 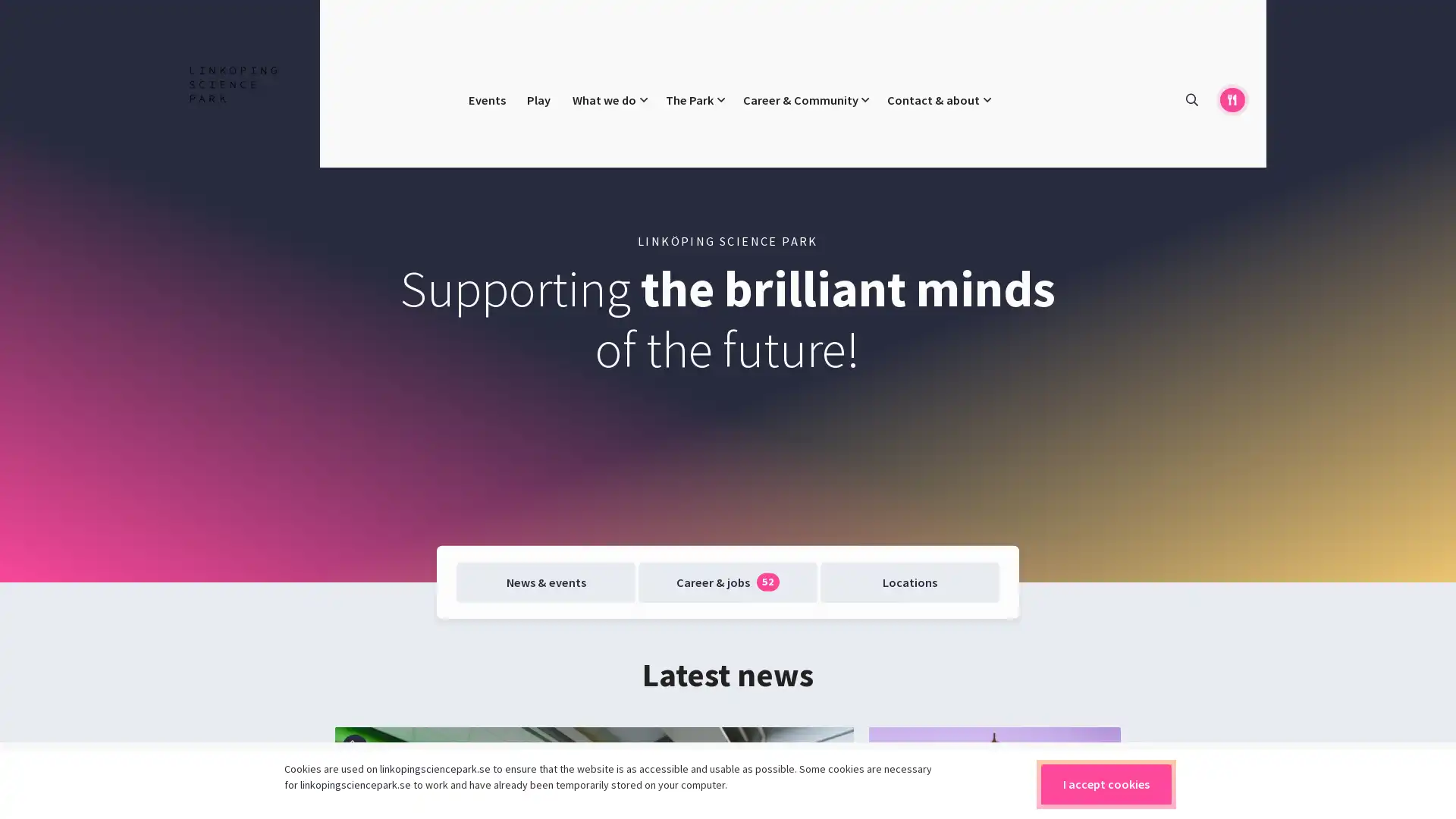 What do you see at coordinates (545, 581) in the screenshot?
I see `News & events` at bounding box center [545, 581].